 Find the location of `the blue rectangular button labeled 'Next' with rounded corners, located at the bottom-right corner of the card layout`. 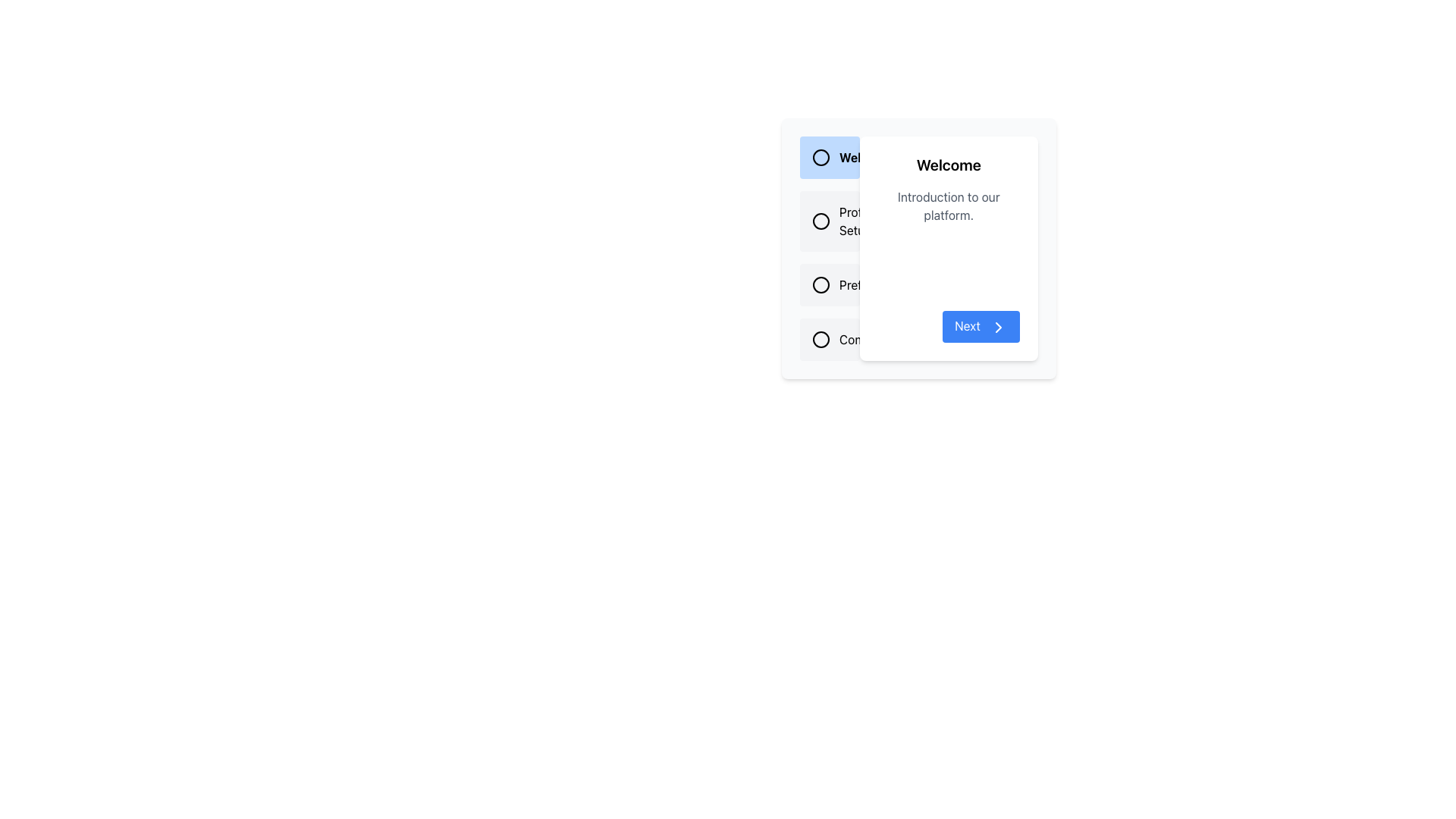

the blue rectangular button labeled 'Next' with rounded corners, located at the bottom-right corner of the card layout is located at coordinates (948, 326).